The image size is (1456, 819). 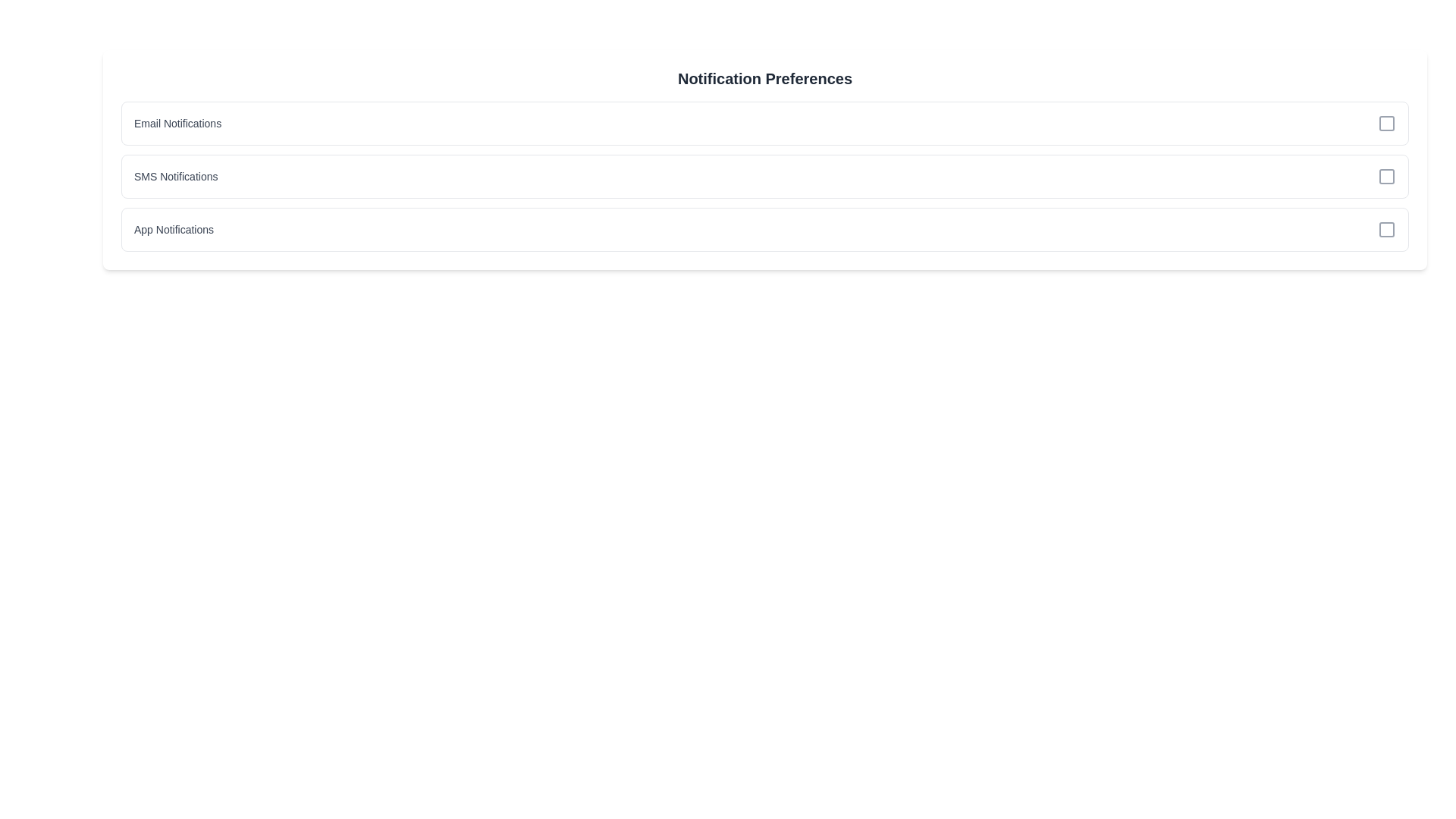 I want to click on the Checkbox-like icon located at the far-right side of the row containing the text 'Email Notifications', so click(x=1386, y=122).